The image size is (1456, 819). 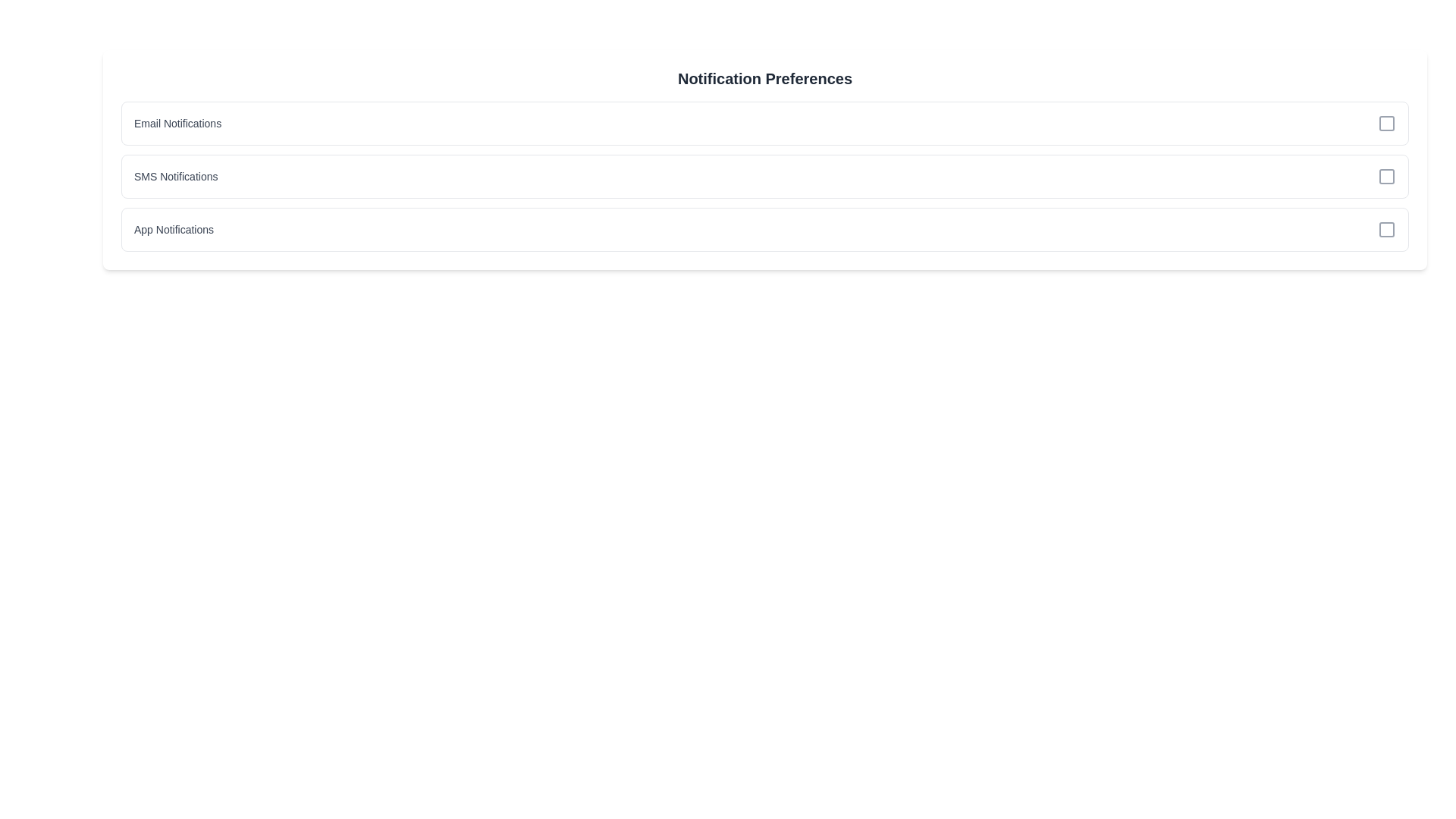 I want to click on the Checkbox-like icon located at the far-right side of the row containing the text 'Email Notifications', so click(x=1386, y=122).